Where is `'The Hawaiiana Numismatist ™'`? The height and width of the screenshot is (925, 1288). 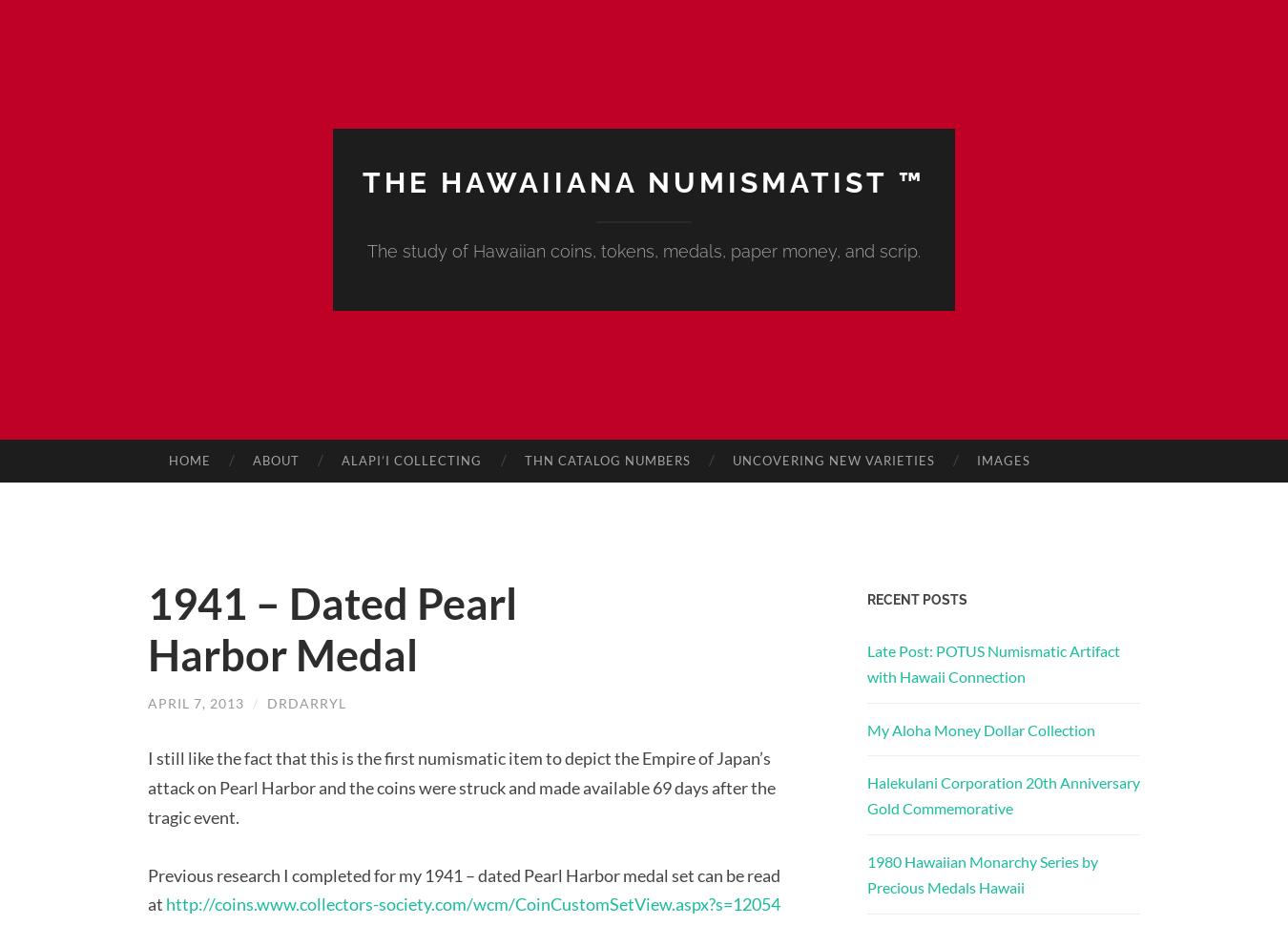 'The Hawaiiana Numismatist ™' is located at coordinates (644, 180).